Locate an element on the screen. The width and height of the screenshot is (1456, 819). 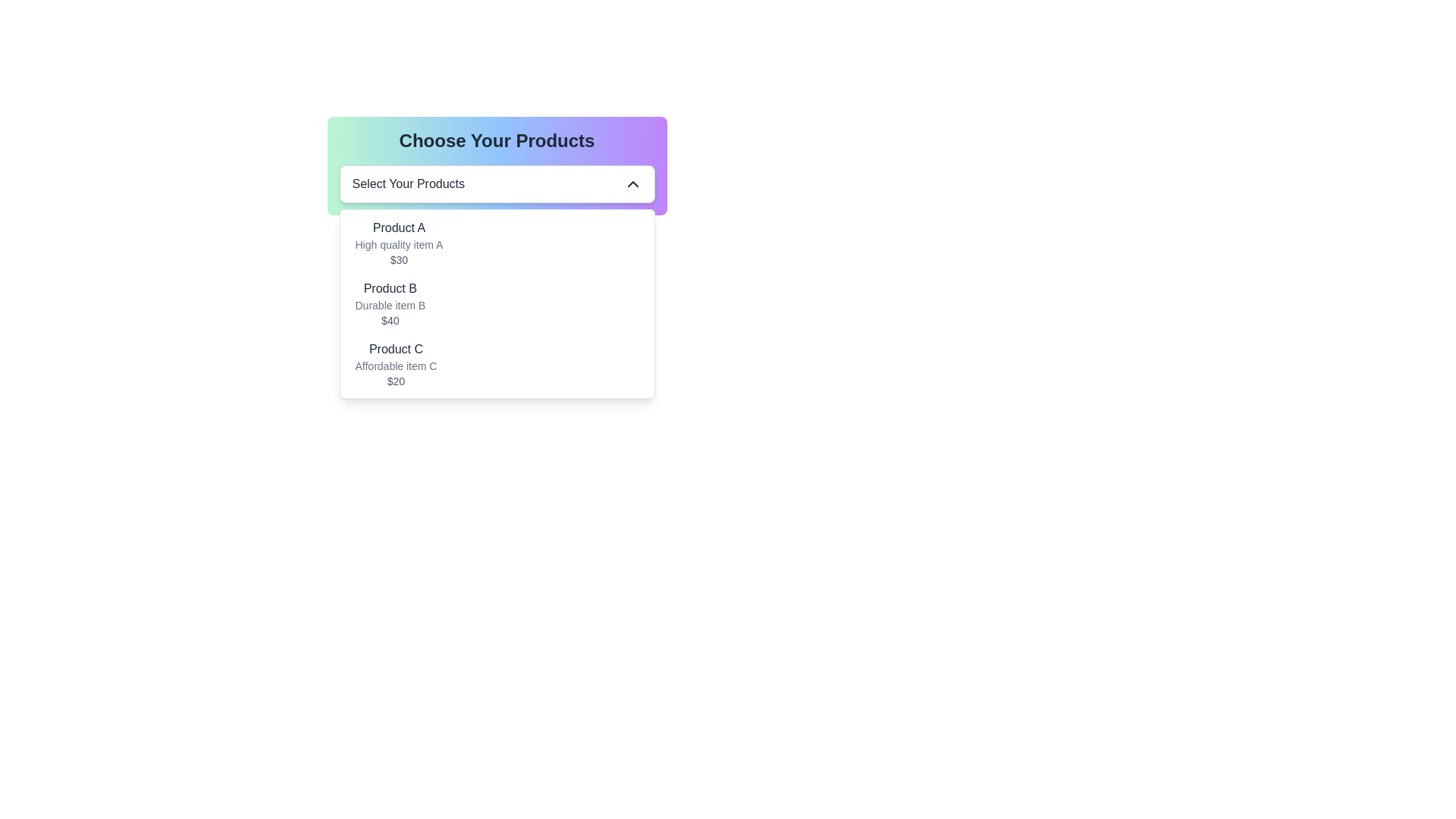
text displayed in the price label showing '$20', which is positioned below the 'Affordable item C' description in the product details of 'Product C' is located at coordinates (396, 380).